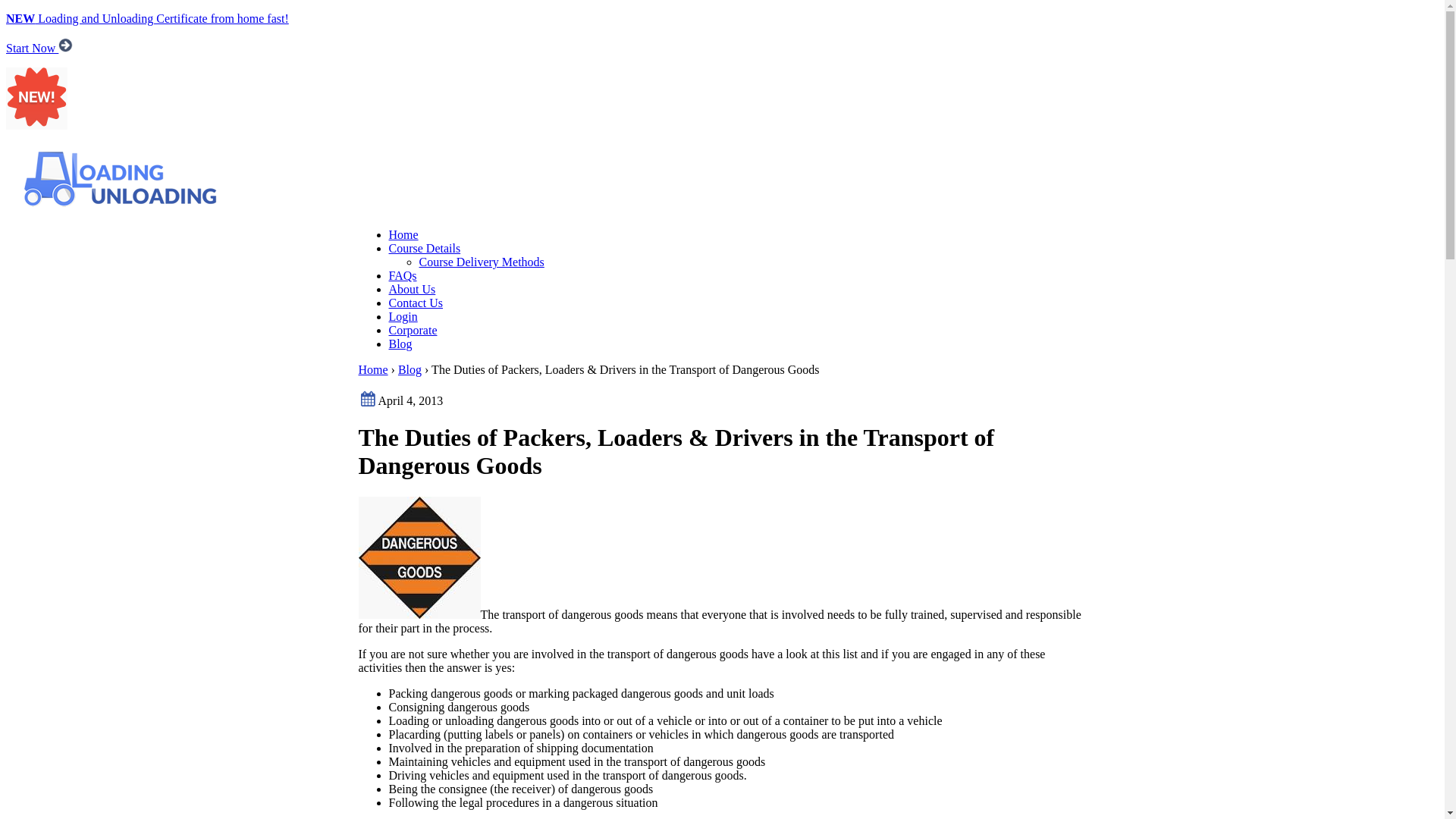 The width and height of the screenshot is (1456, 819). Describe the element at coordinates (402, 275) in the screenshot. I see `'FAQs'` at that location.